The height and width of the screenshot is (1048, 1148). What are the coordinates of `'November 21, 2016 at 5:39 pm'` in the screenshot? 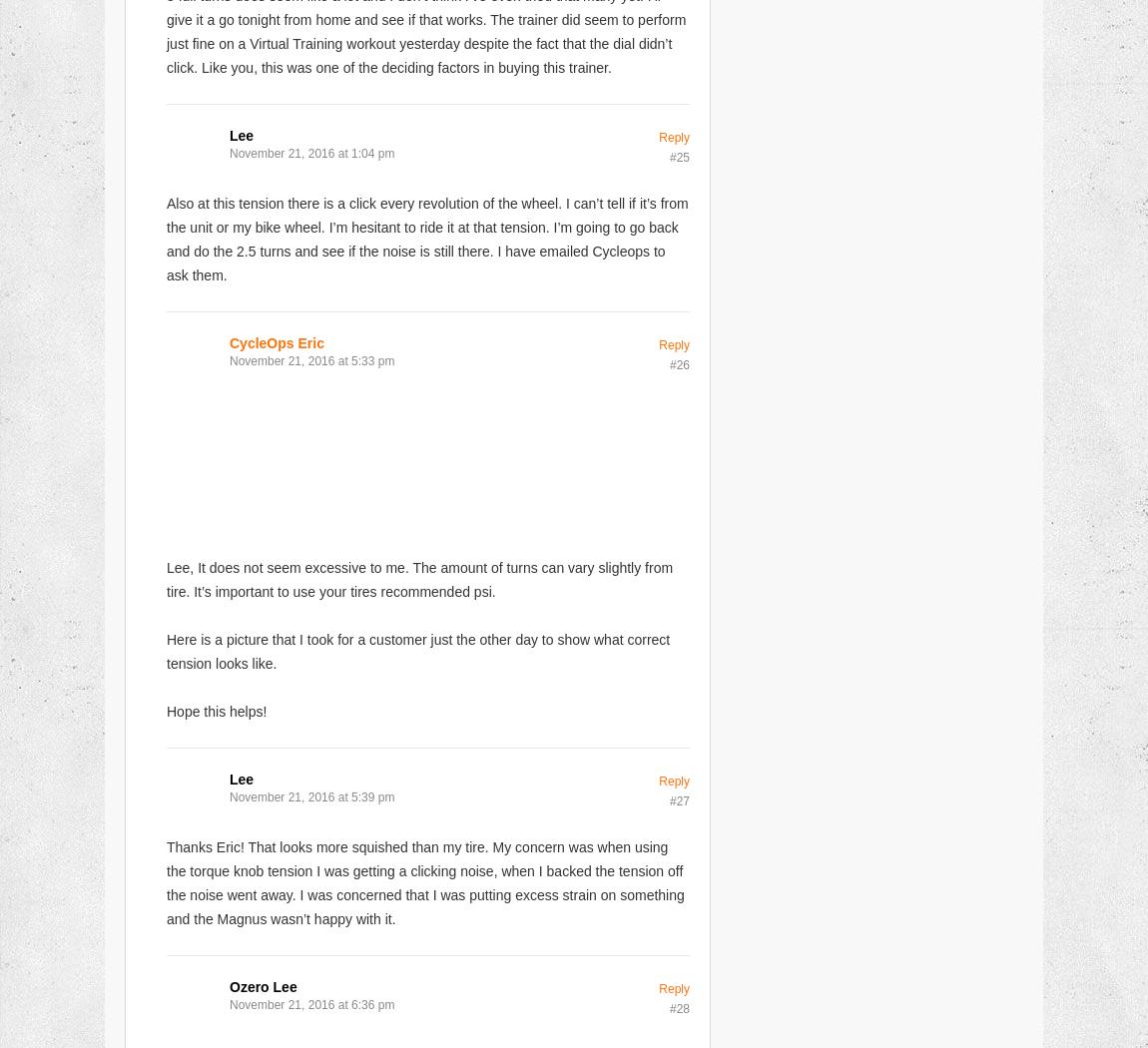 It's located at (311, 795).